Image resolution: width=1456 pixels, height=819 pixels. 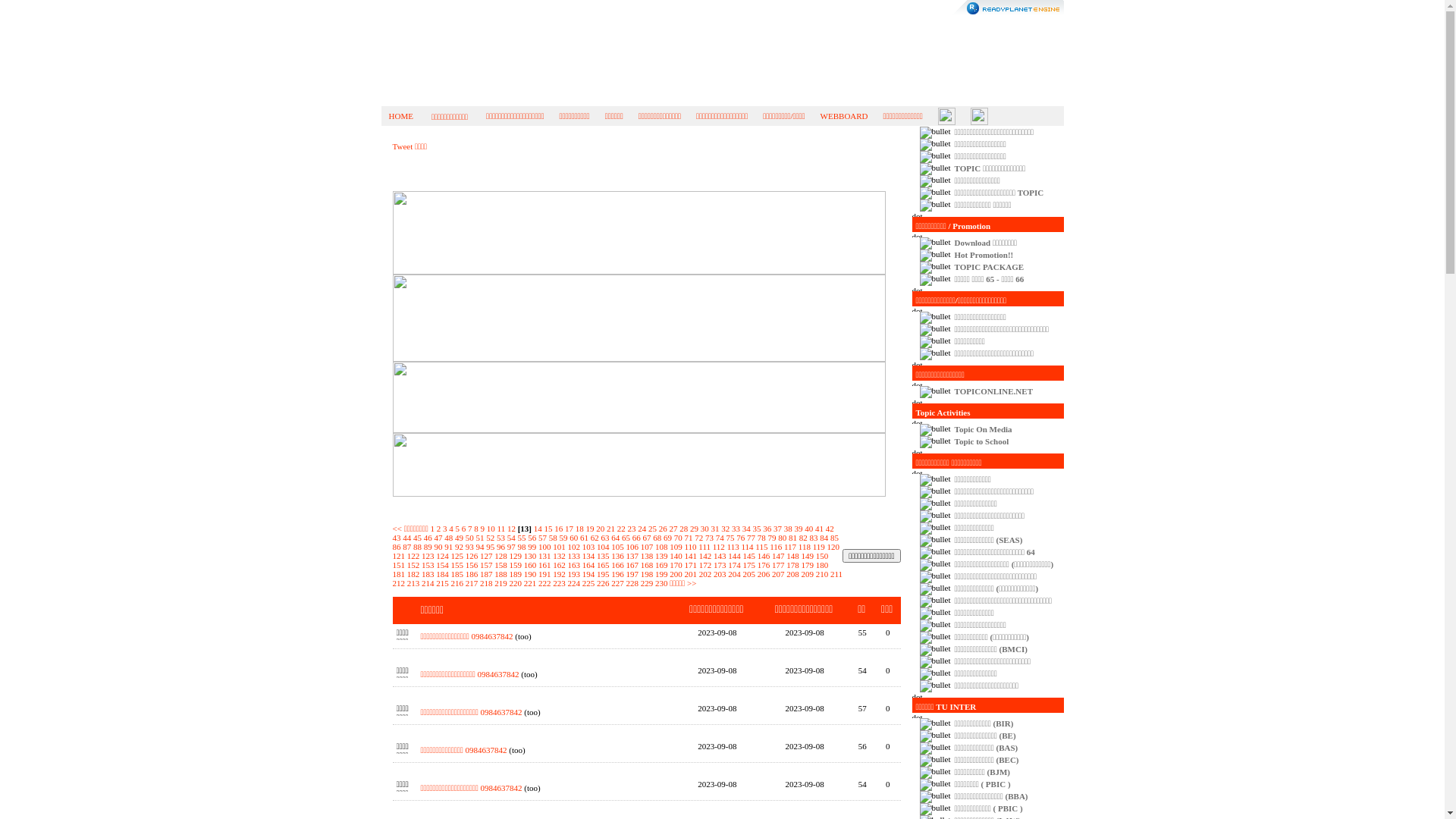 What do you see at coordinates (675, 555) in the screenshot?
I see `'140'` at bounding box center [675, 555].